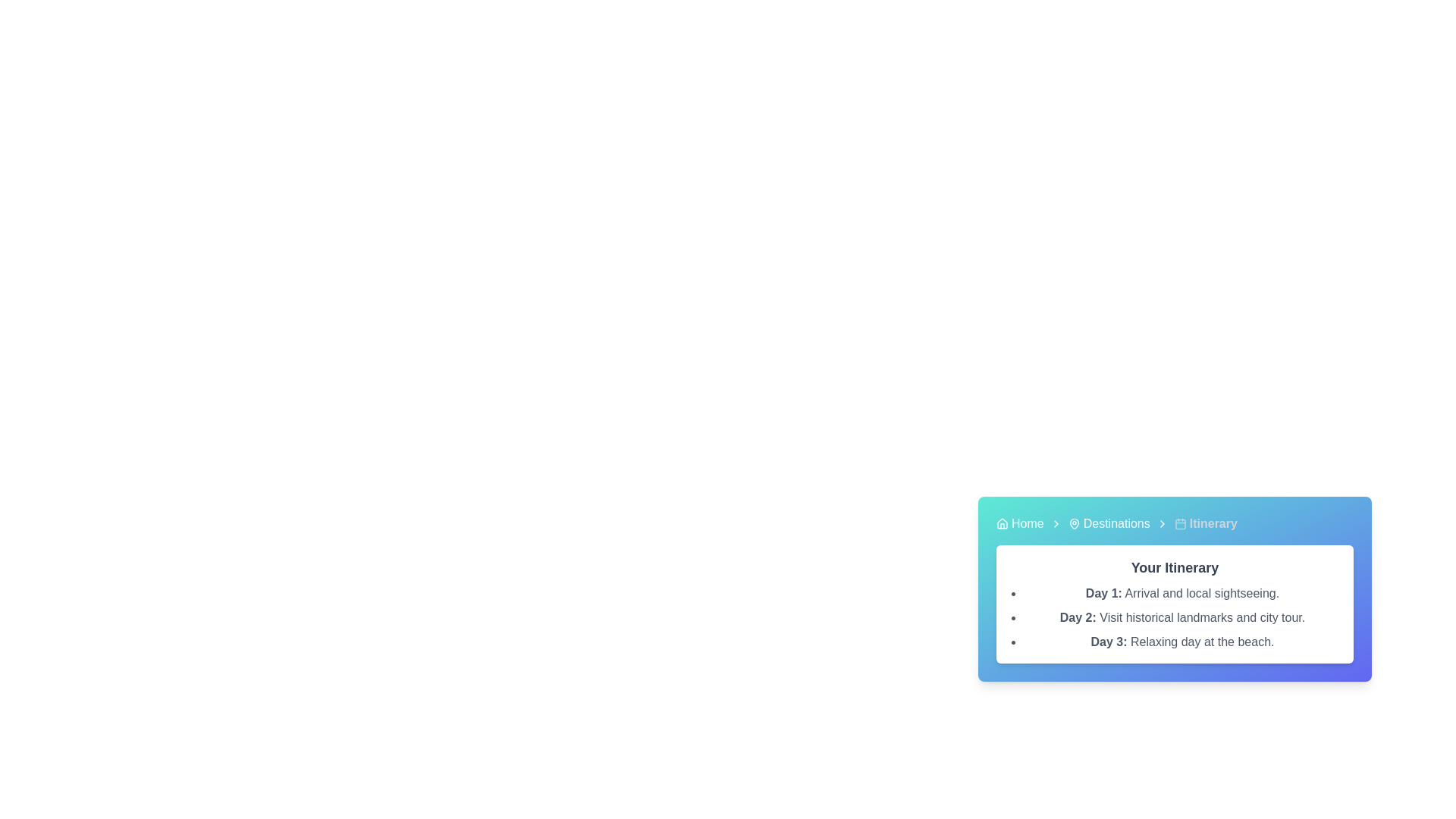  Describe the element at coordinates (1161, 522) in the screenshot. I see `the visual separator icon in the breadcrumb navigation located between the 'Destinations' link and the 'Itinerary' label` at that location.